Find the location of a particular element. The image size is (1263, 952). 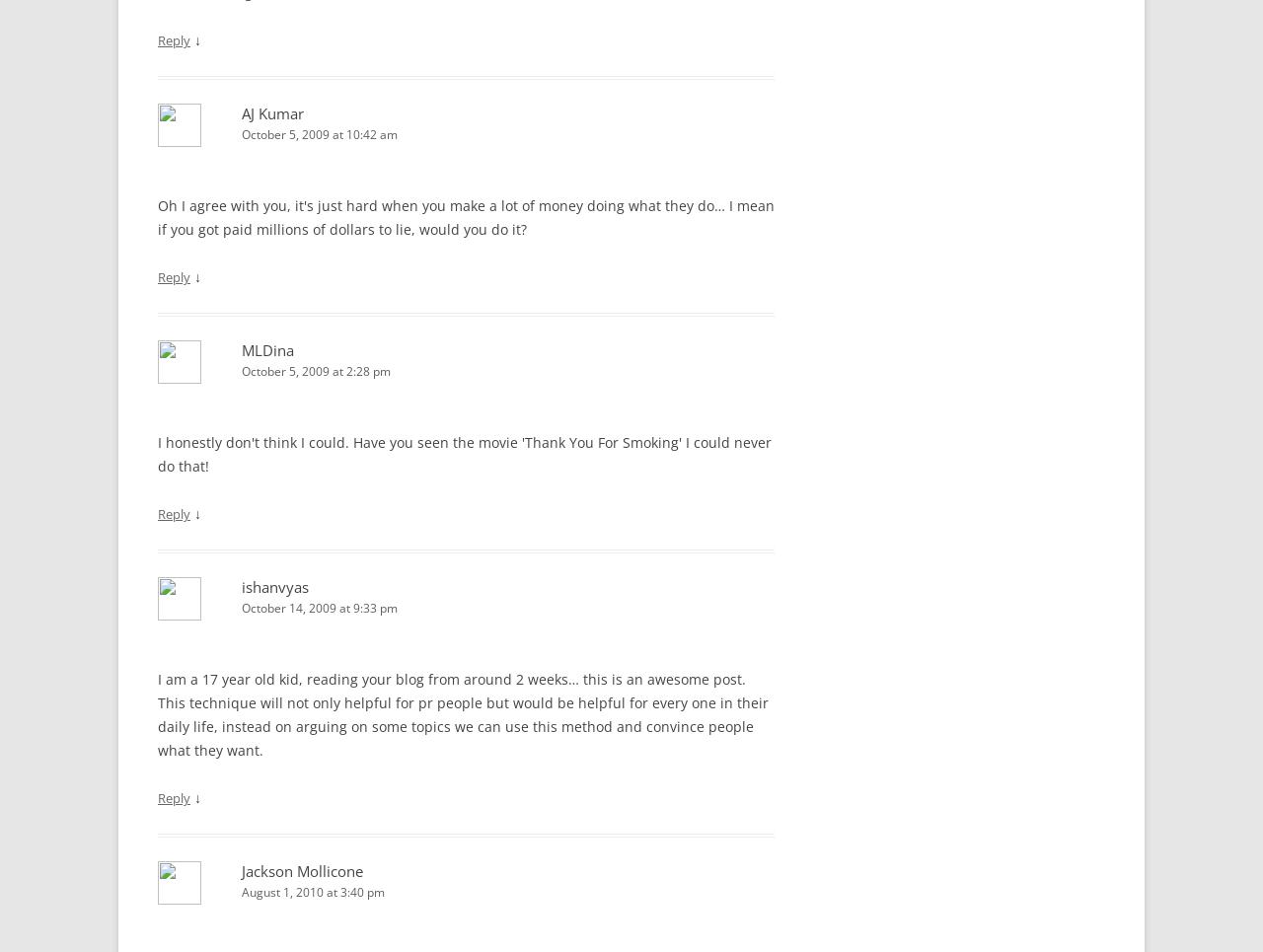

'Jackson Mollicone' is located at coordinates (240, 870).